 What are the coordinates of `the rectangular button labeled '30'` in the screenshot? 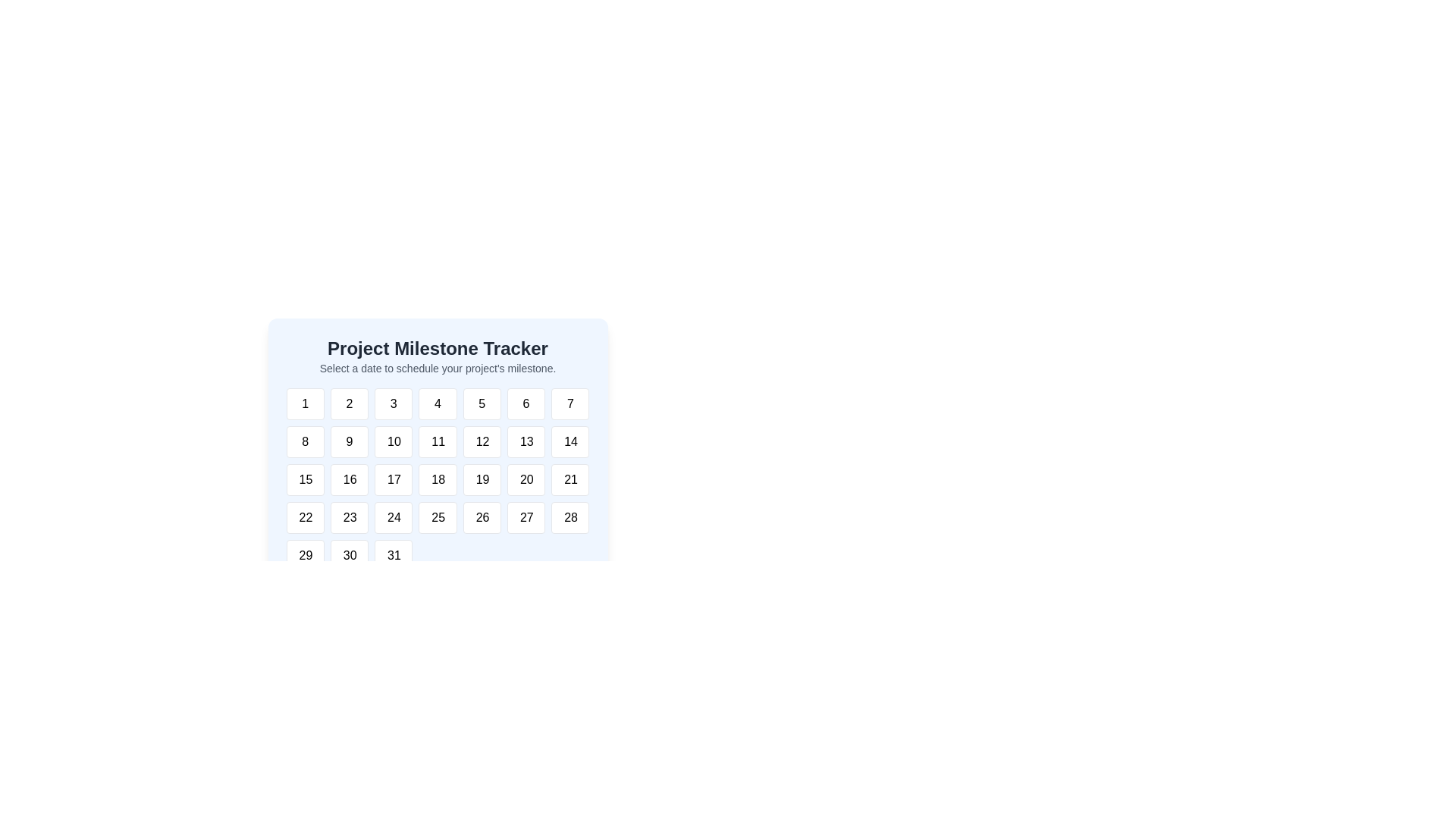 It's located at (348, 555).